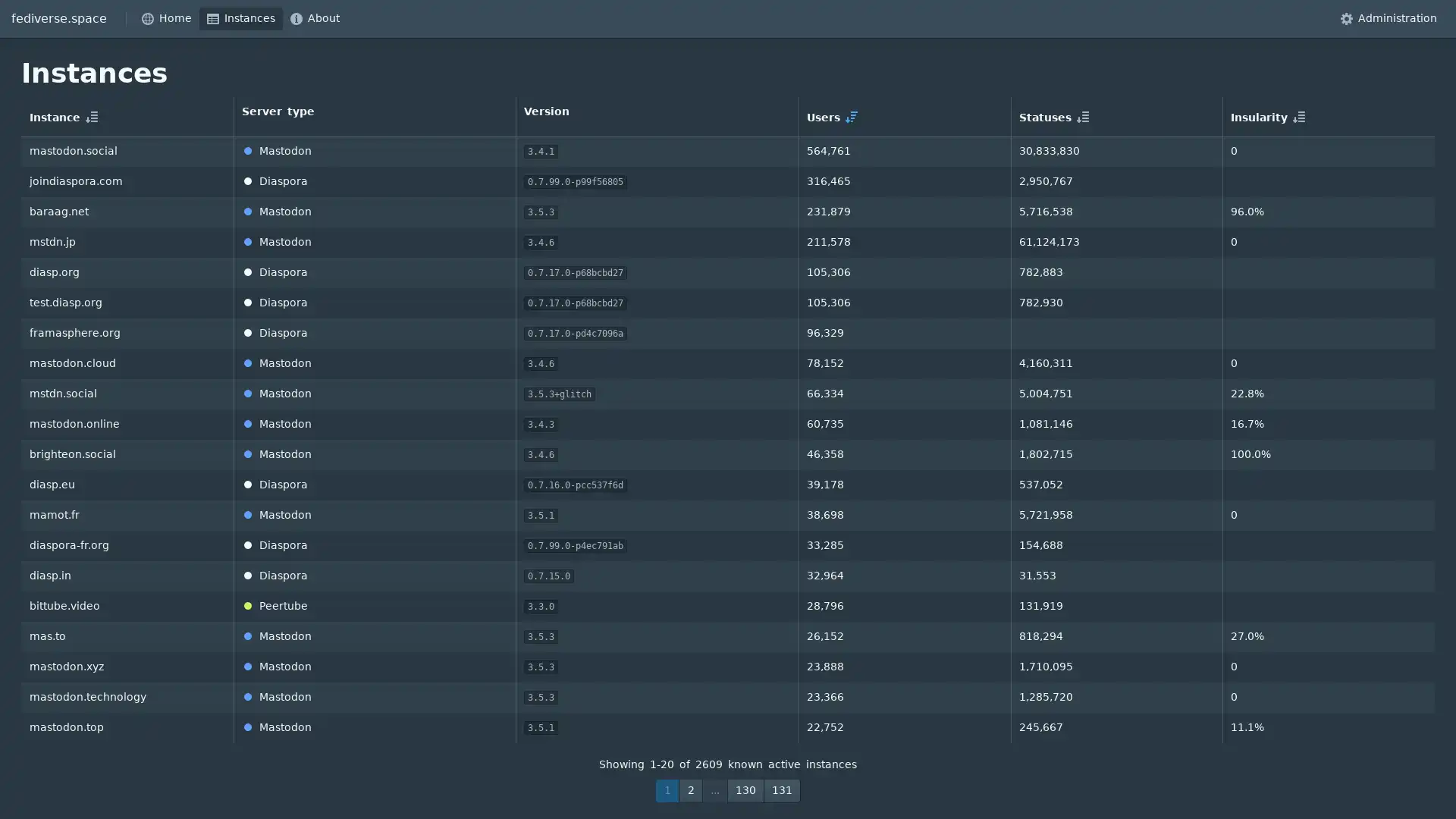 This screenshot has height=819, width=1456. What do you see at coordinates (667, 789) in the screenshot?
I see `1` at bounding box center [667, 789].